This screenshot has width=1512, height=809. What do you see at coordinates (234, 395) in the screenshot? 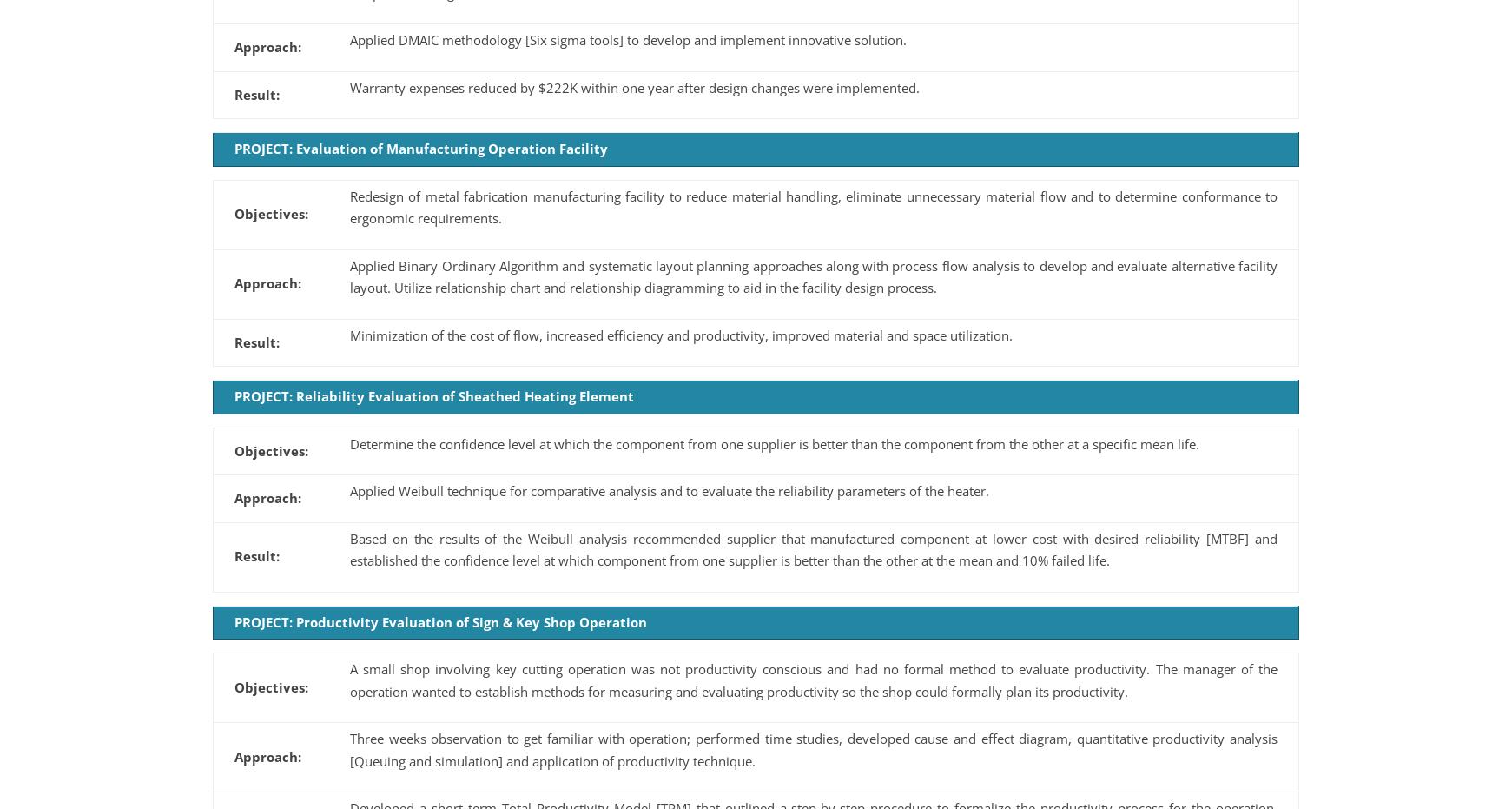
I see `'PROJECT: Reliability Evaluation of Sheathed Heating Element'` at bounding box center [234, 395].